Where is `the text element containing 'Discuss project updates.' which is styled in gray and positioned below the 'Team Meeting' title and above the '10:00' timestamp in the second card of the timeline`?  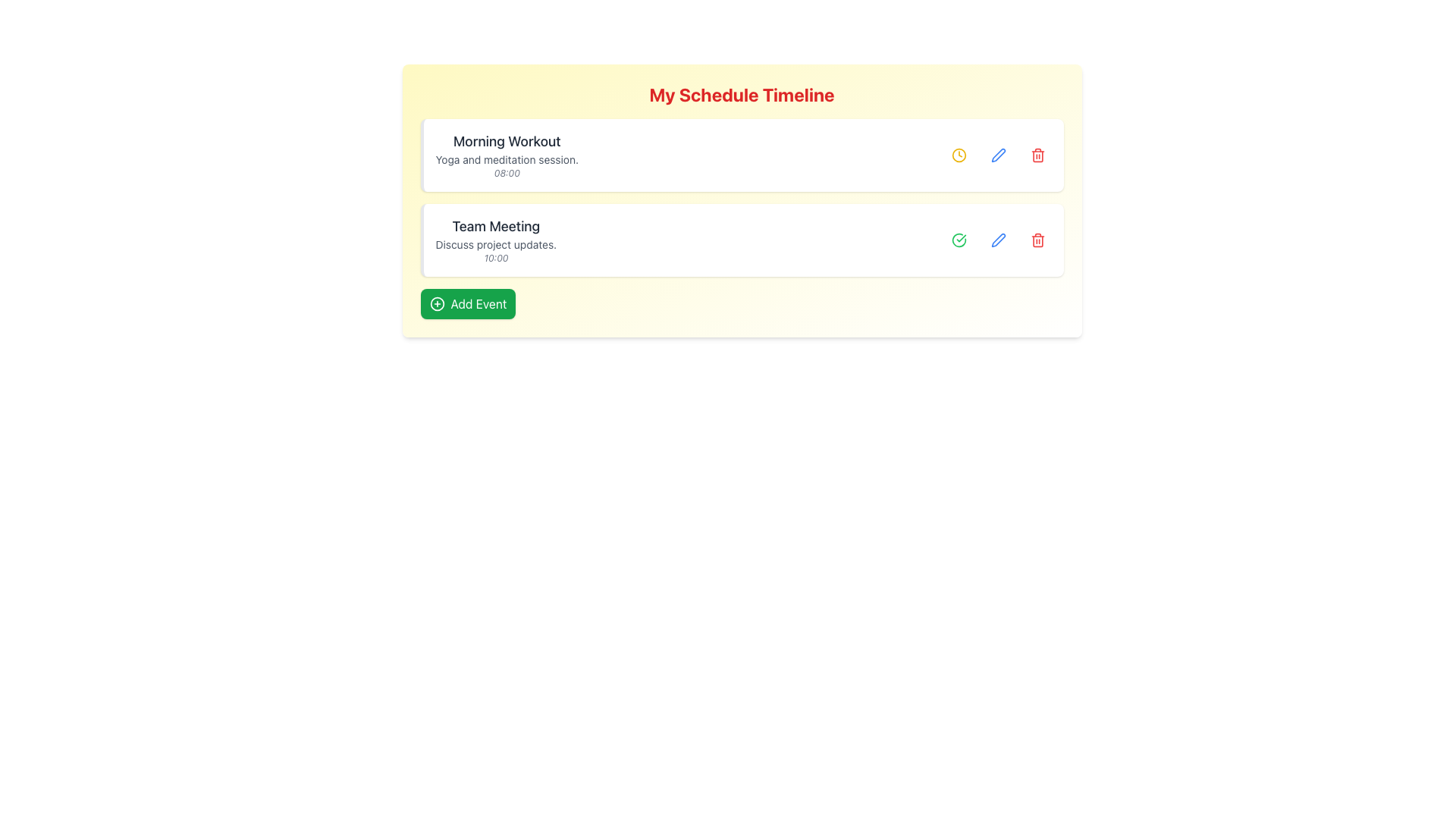
the text element containing 'Discuss project updates.' which is styled in gray and positioned below the 'Team Meeting' title and above the '10:00' timestamp in the second card of the timeline is located at coordinates (496, 244).